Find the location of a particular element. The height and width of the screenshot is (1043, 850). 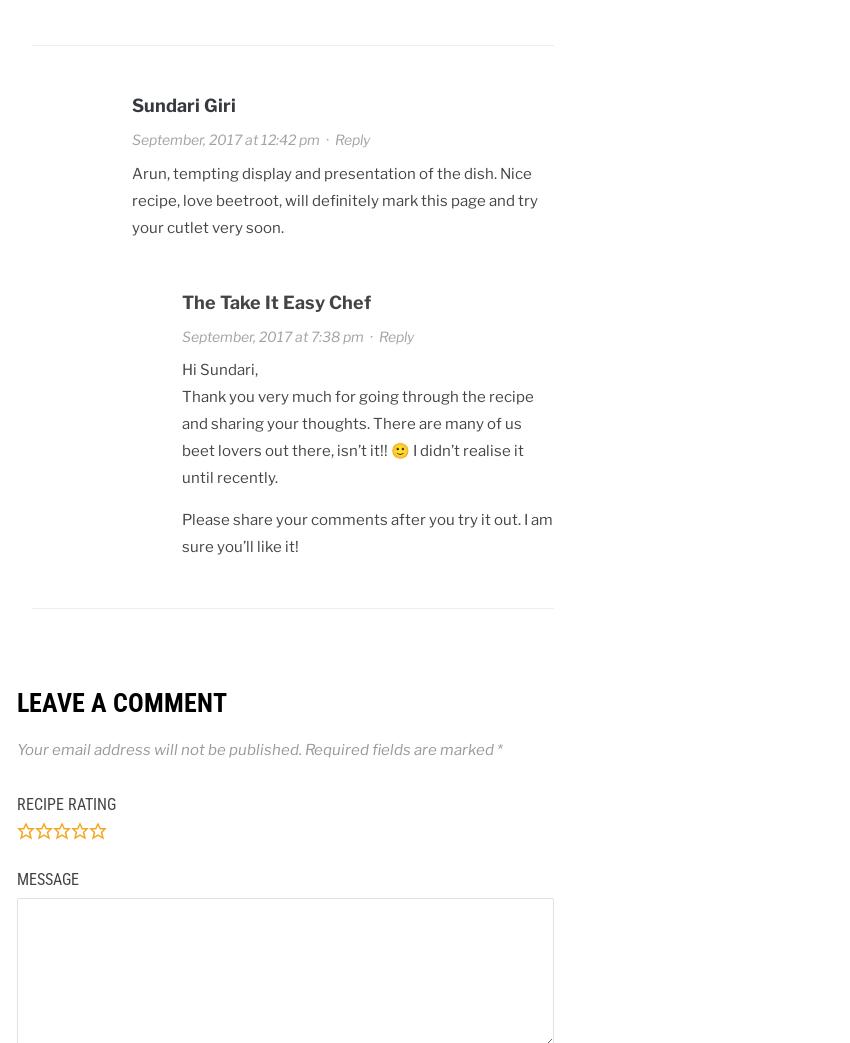

'Required fields are marked' is located at coordinates (401, 747).